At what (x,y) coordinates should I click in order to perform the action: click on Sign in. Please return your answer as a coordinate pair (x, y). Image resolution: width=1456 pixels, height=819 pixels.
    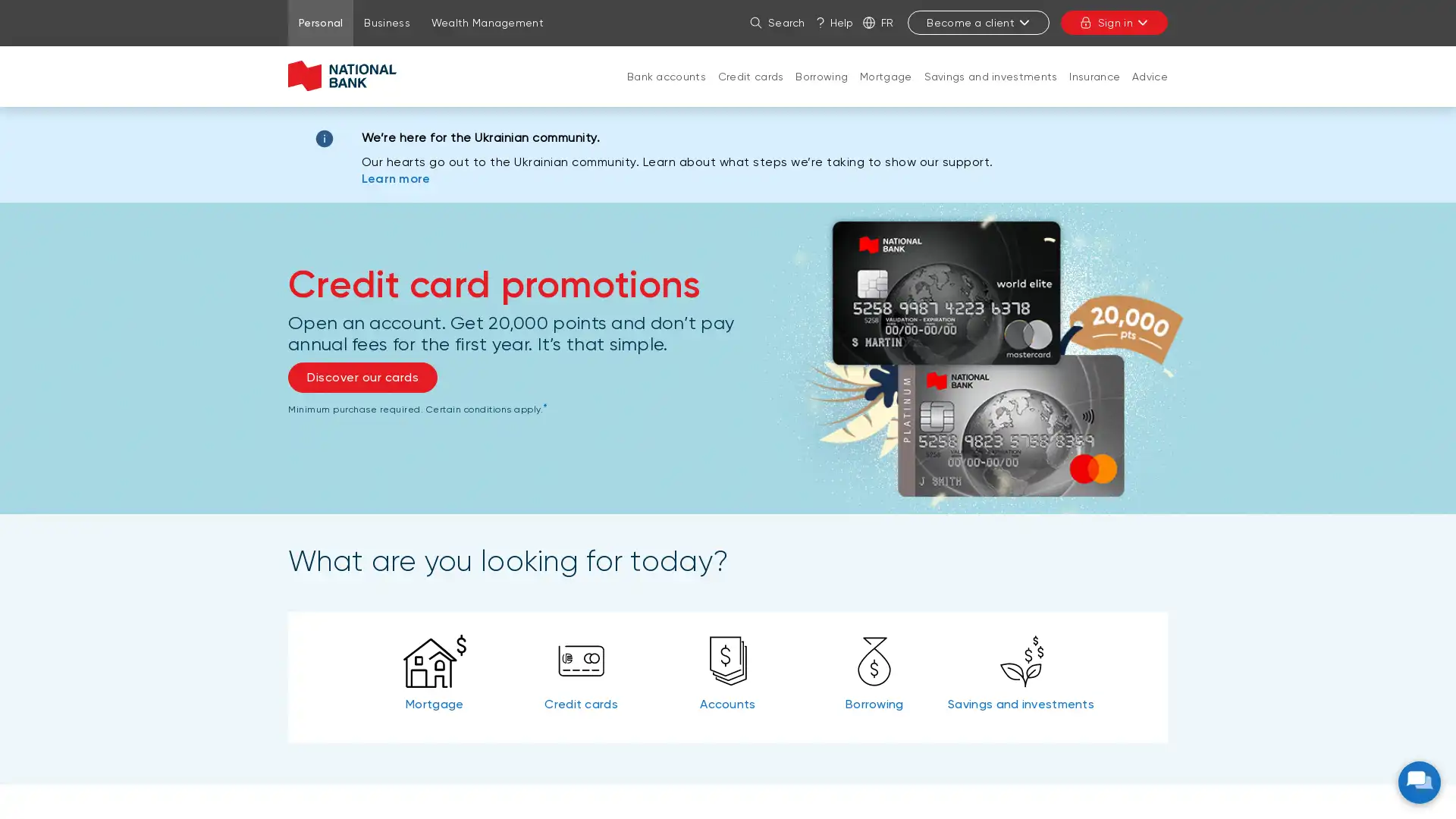
    Looking at the image, I should click on (1113, 22).